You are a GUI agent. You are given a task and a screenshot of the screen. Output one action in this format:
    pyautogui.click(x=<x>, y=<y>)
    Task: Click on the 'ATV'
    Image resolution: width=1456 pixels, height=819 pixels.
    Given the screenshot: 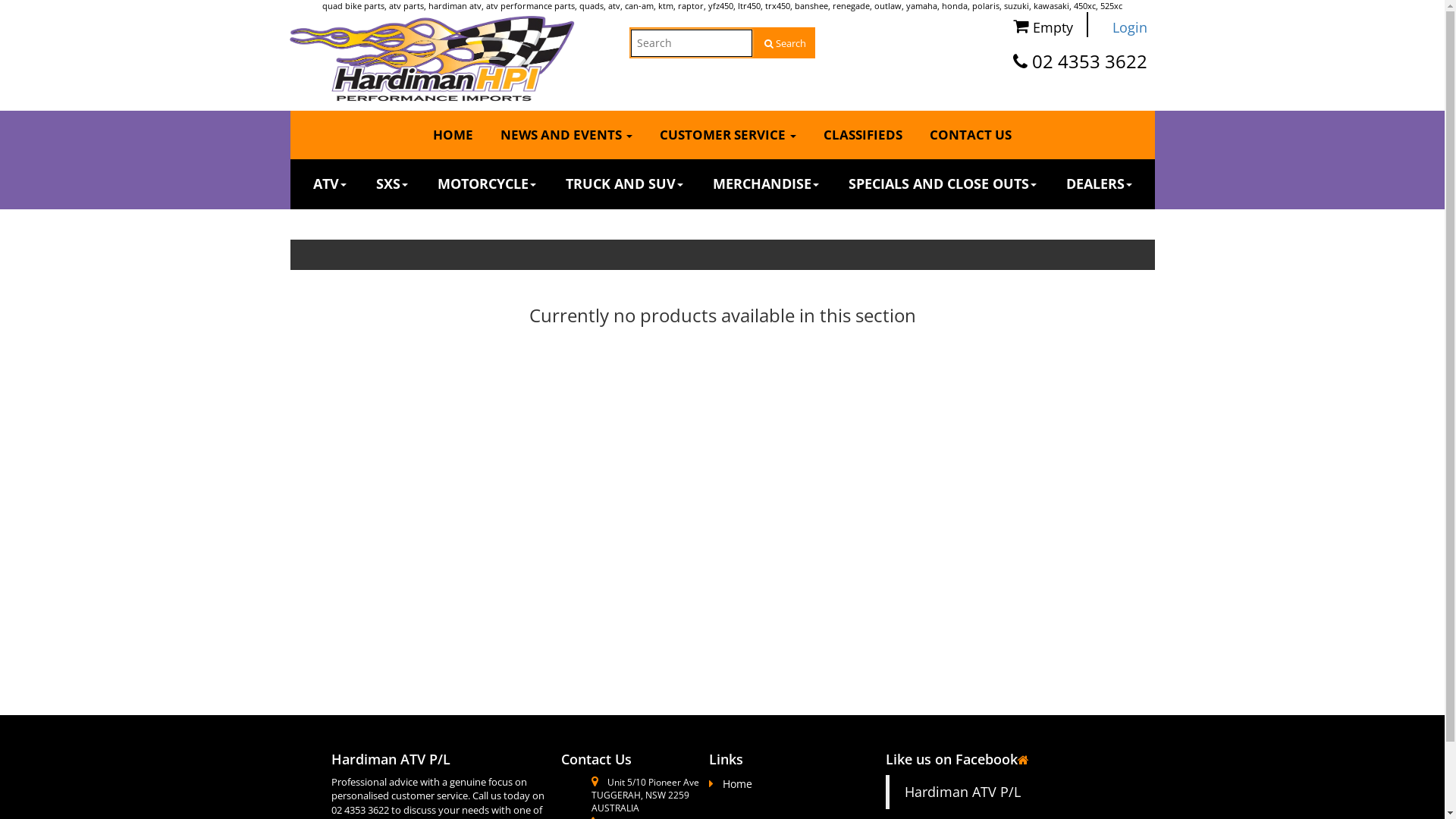 What is the action you would take?
    pyautogui.click(x=298, y=184)
    